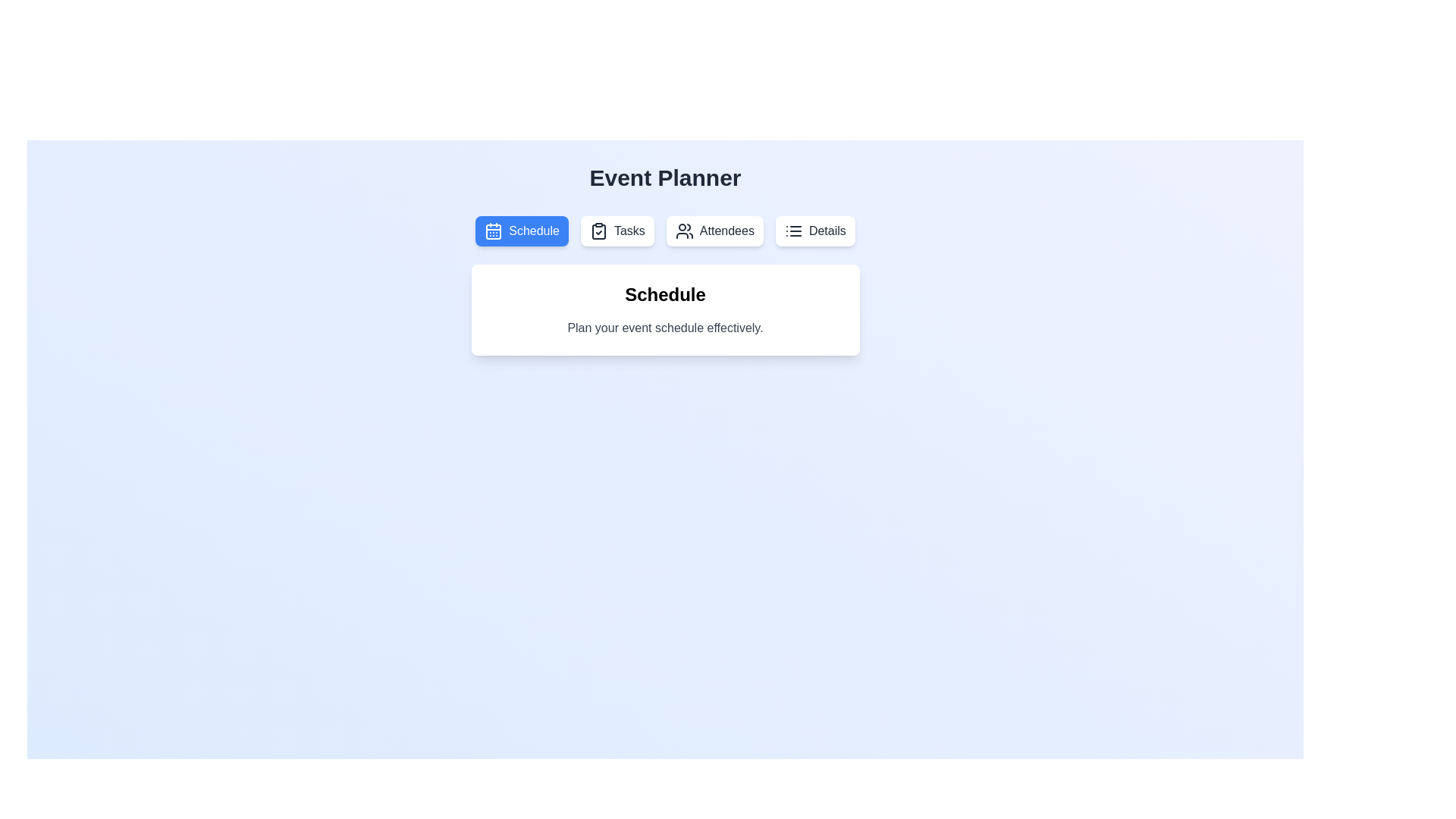 The image size is (1456, 819). I want to click on the tab button labeled 'Details' to switch to the respective tab, so click(814, 231).